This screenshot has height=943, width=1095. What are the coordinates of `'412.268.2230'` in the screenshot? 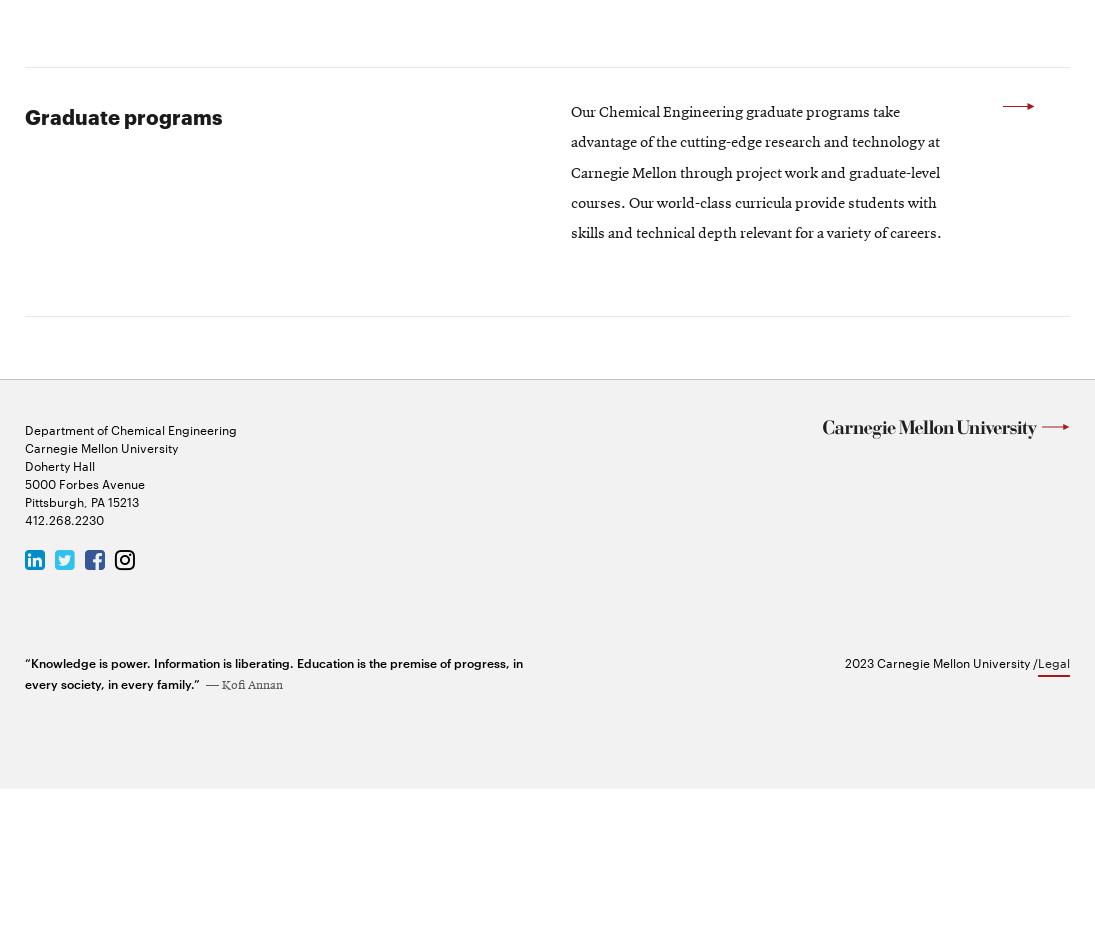 It's located at (63, 671).